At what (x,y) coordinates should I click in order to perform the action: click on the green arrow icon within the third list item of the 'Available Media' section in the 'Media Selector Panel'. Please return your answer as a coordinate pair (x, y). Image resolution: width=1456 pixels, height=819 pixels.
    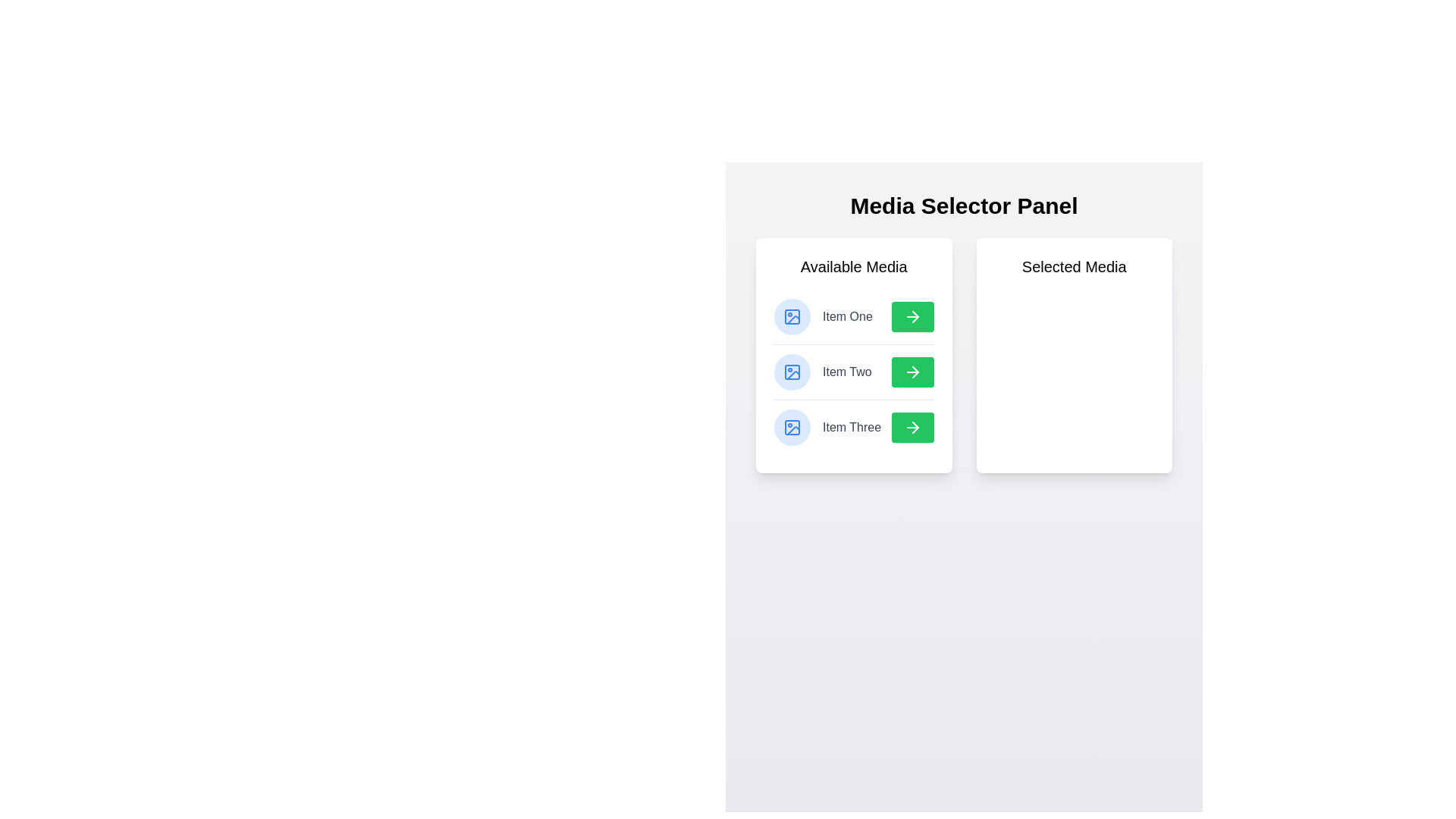
    Looking at the image, I should click on (914, 427).